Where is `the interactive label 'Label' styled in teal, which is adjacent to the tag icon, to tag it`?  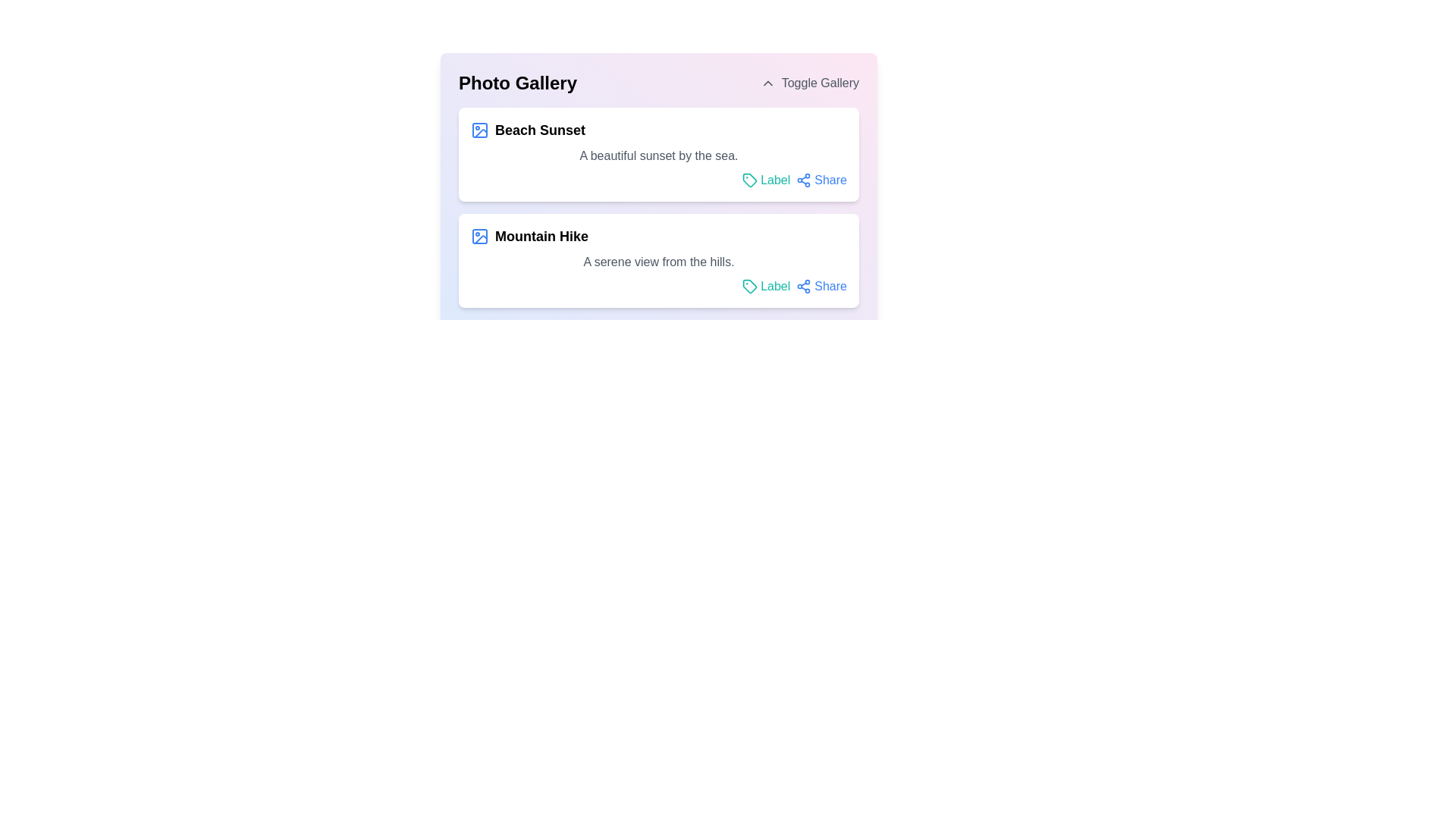
the interactive label 'Label' styled in teal, which is adjacent to the tag icon, to tag it is located at coordinates (766, 287).